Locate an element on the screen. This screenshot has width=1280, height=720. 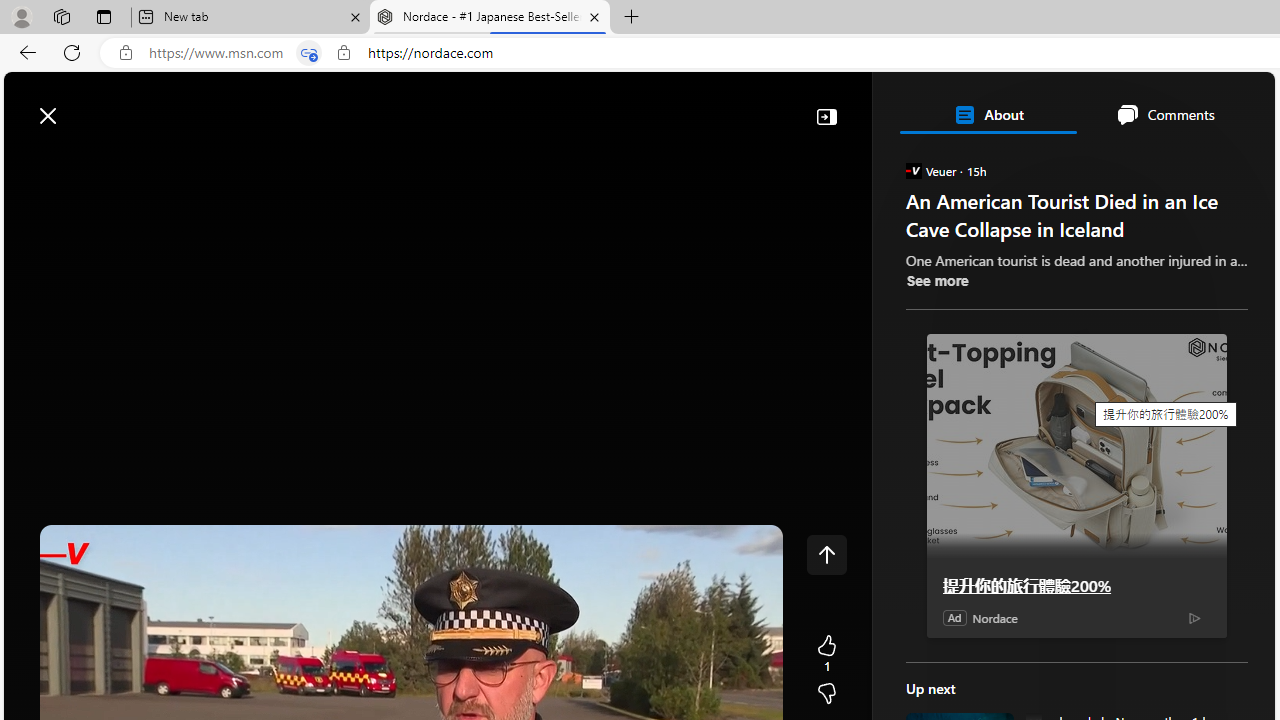
'Tabs in split screen' is located at coordinates (308, 52).